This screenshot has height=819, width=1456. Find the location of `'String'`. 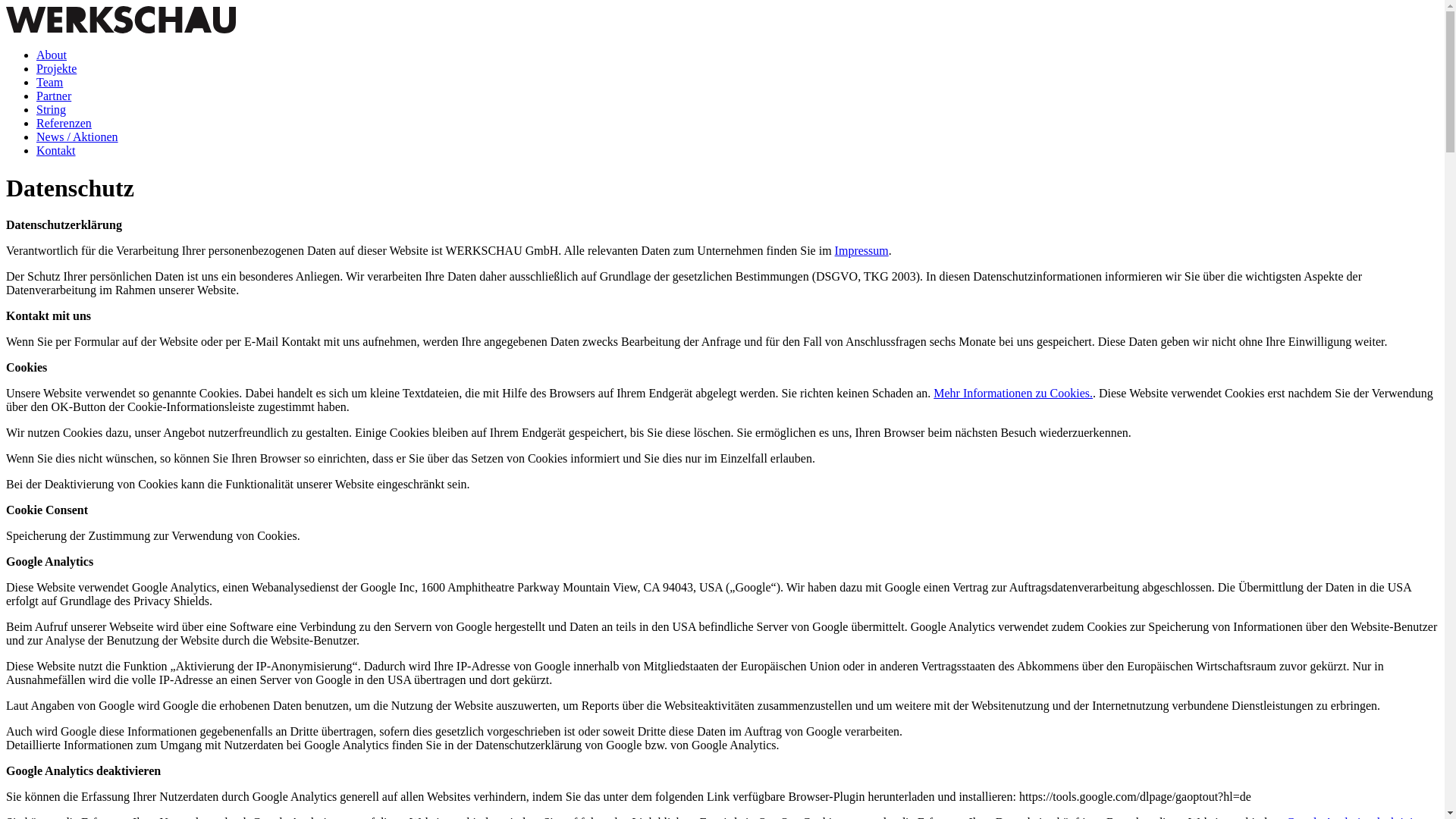

'String' is located at coordinates (51, 108).